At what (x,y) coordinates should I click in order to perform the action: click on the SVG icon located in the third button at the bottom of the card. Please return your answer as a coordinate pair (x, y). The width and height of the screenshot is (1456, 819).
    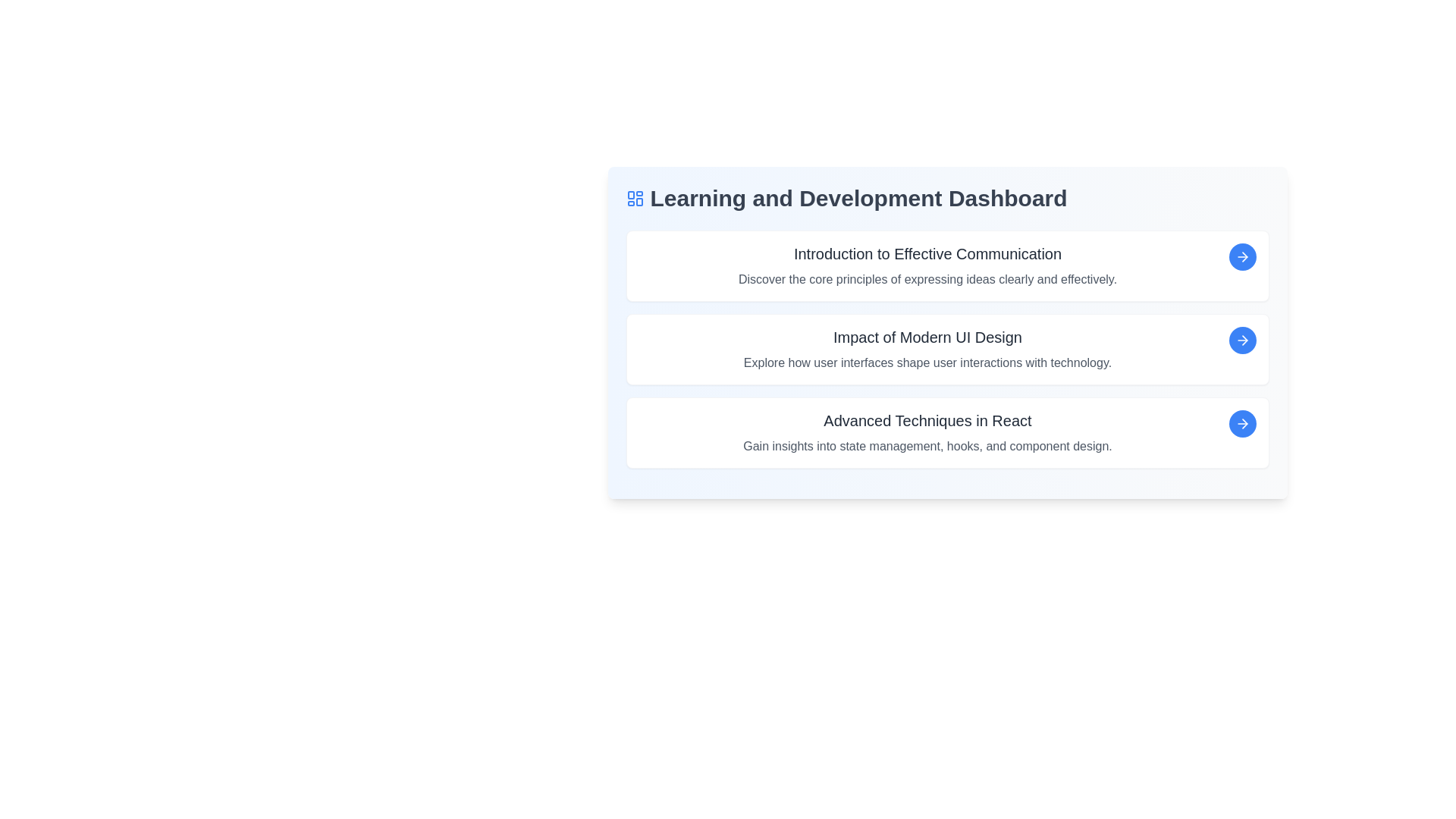
    Looking at the image, I should click on (1242, 424).